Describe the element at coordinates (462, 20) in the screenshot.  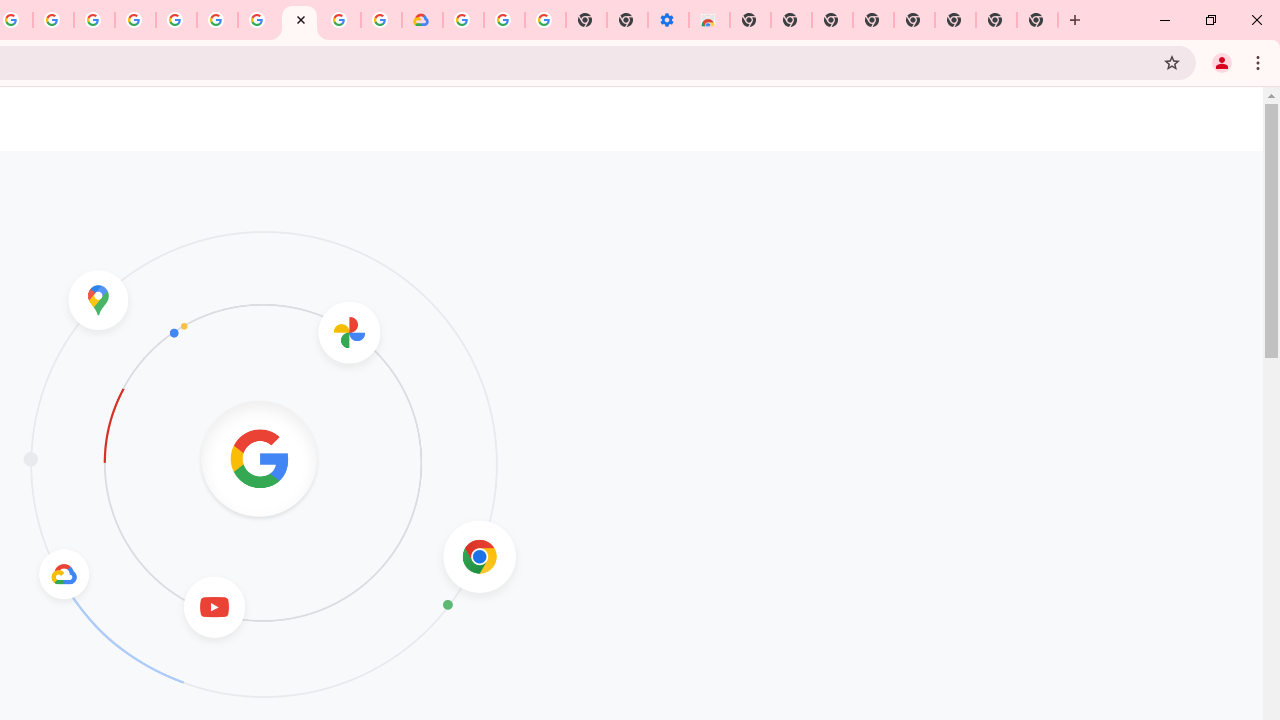
I see `'Sign in - Google Accounts'` at that location.